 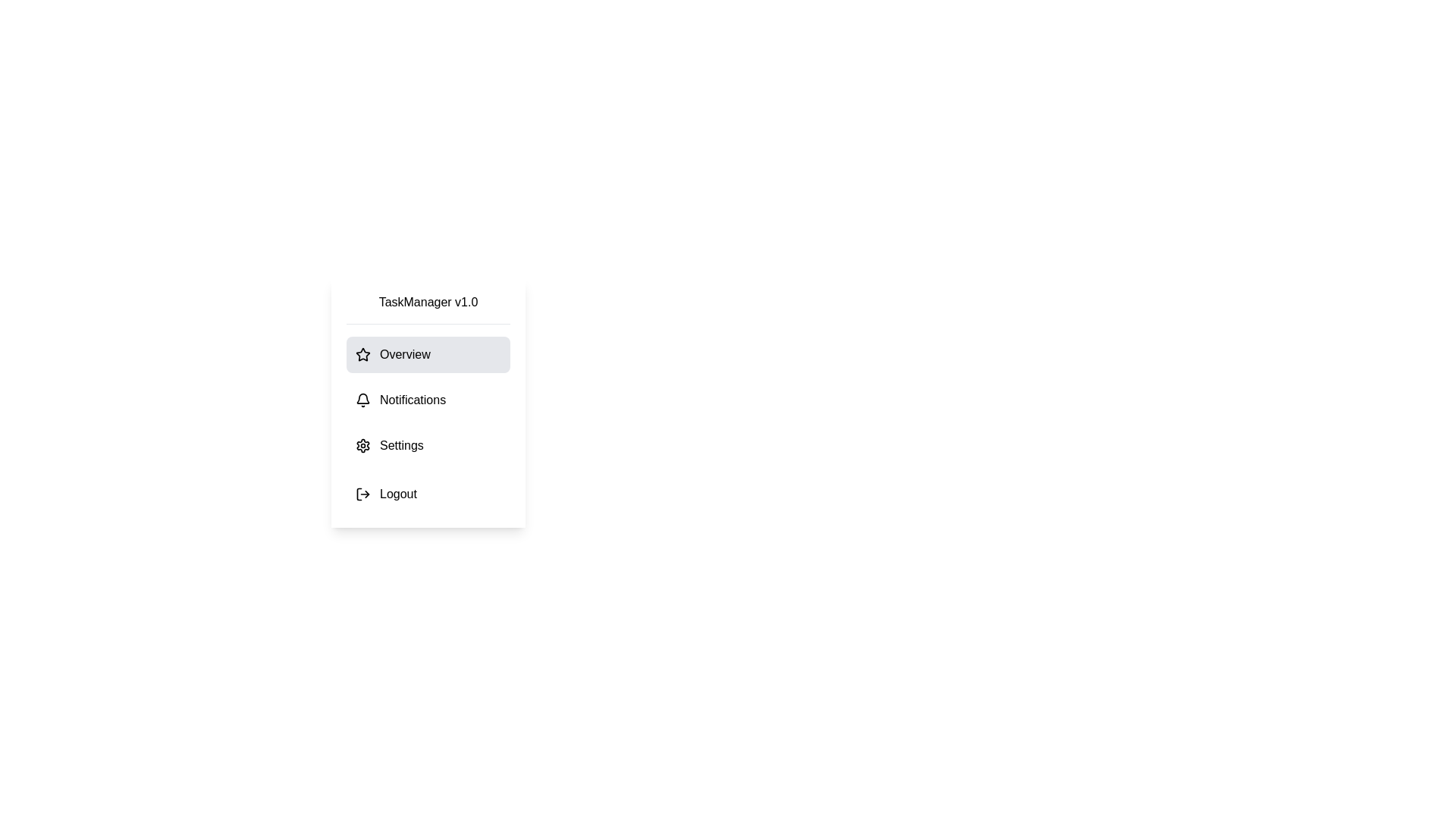 I want to click on the star-shaped icon that visually enhances the 'Overview' menu item, located, so click(x=362, y=354).